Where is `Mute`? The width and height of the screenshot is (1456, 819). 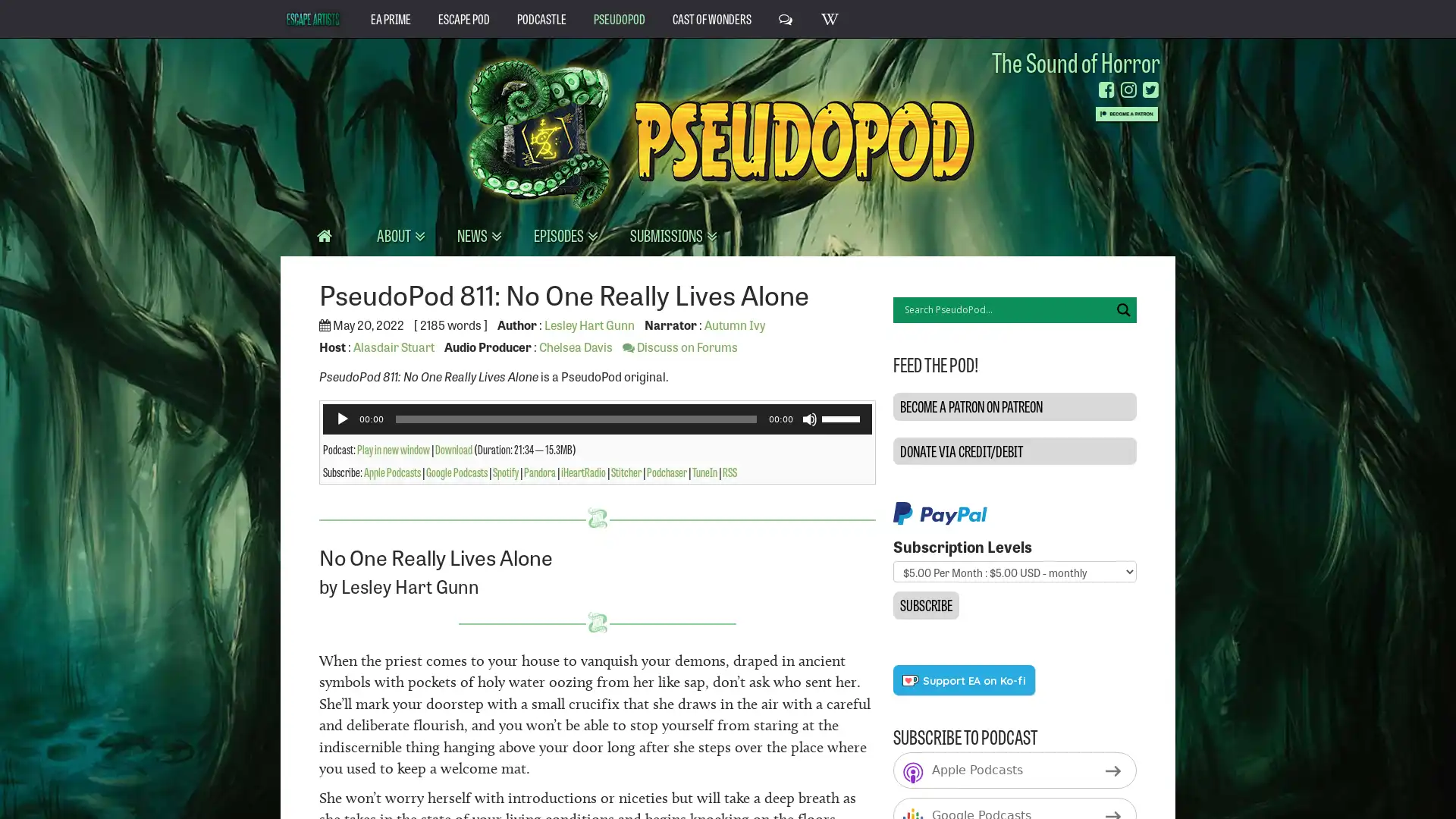 Mute is located at coordinates (808, 418).